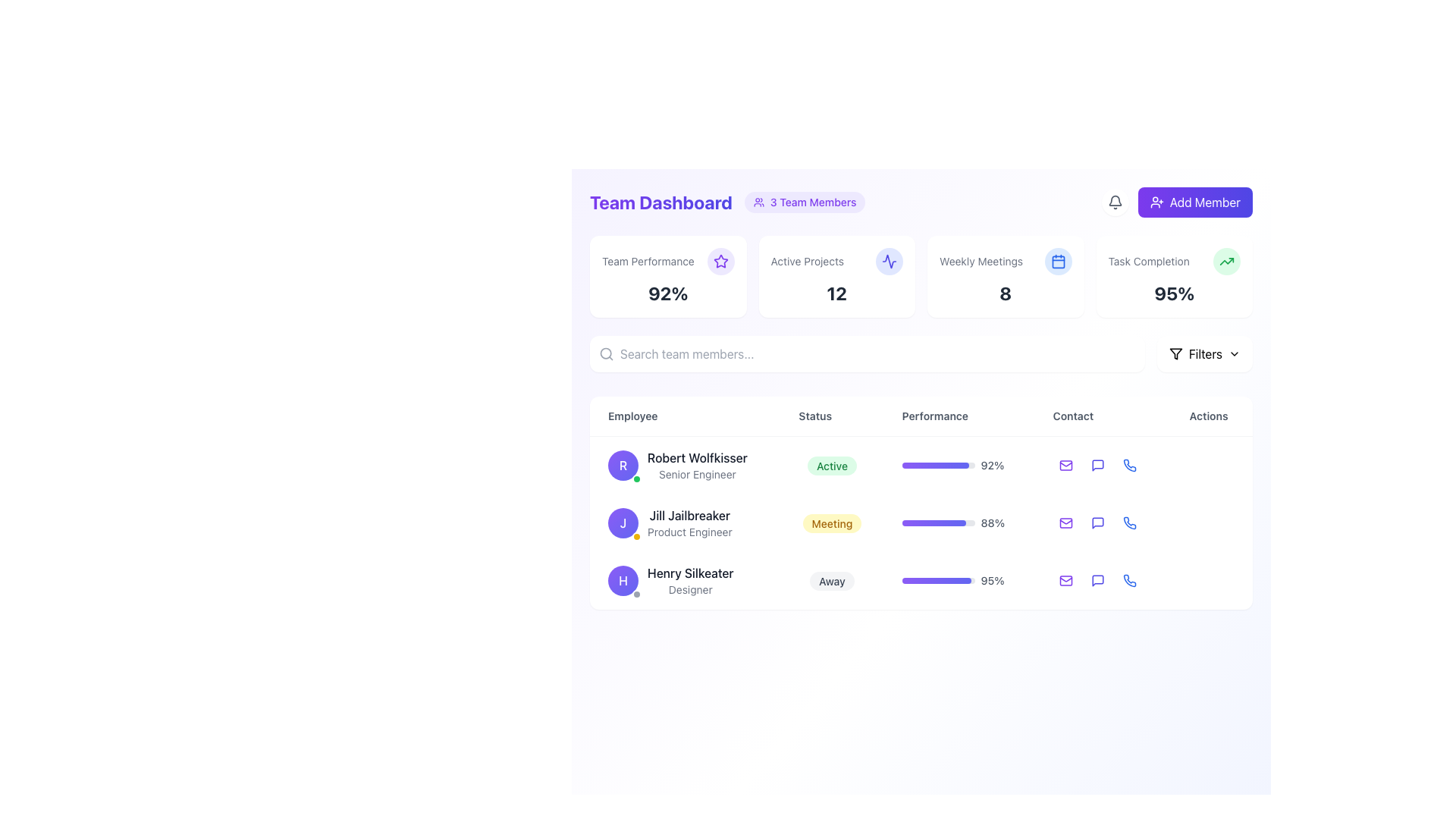 This screenshot has height=819, width=1456. I want to click on the Icon button for messaging associated with user Jill Jailbreaker in the team dashboard table, located in the 'Contact' column of the second row, so click(1097, 522).